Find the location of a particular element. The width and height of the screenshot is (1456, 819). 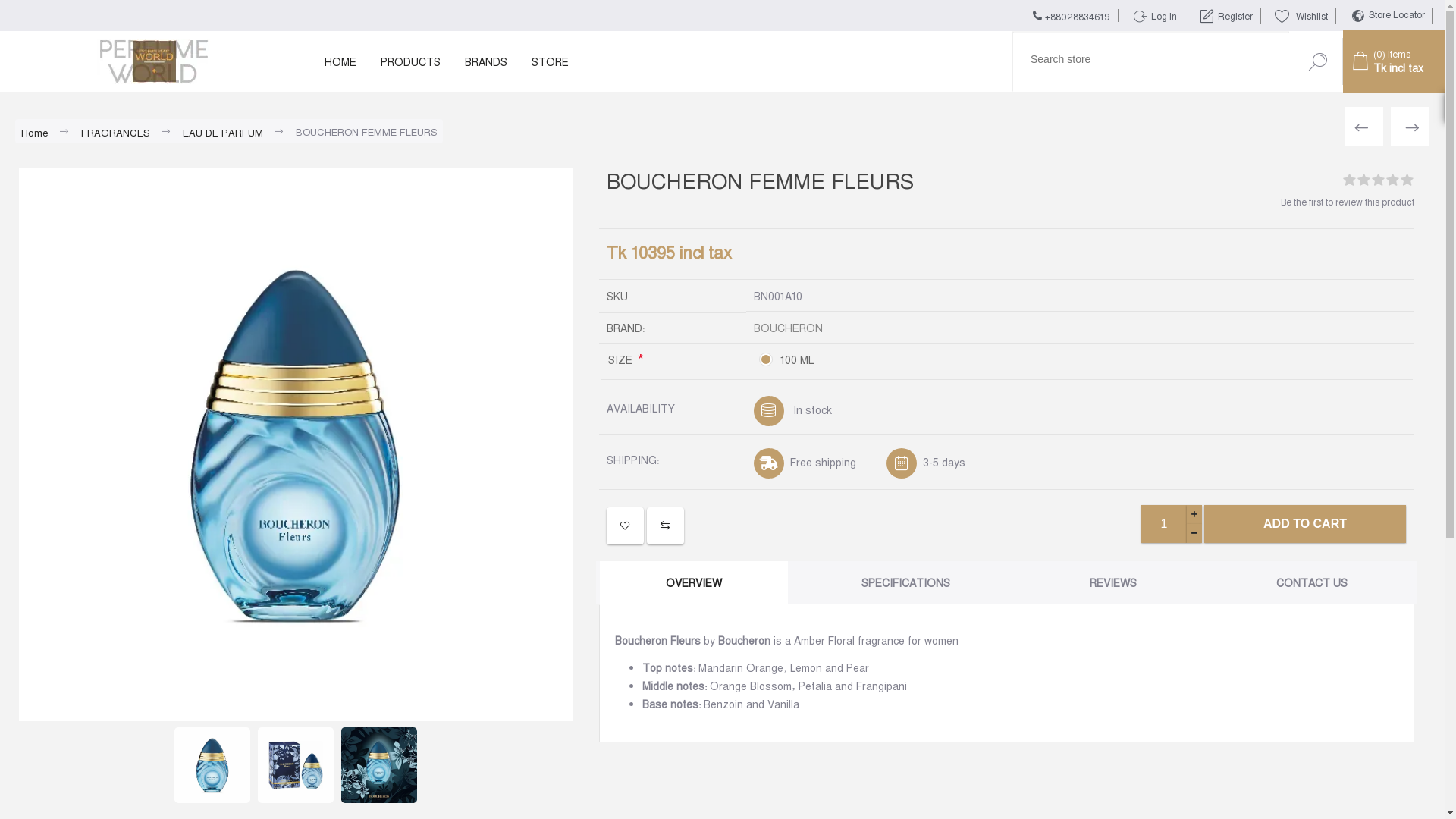

'REVIEWS' is located at coordinates (1113, 582).